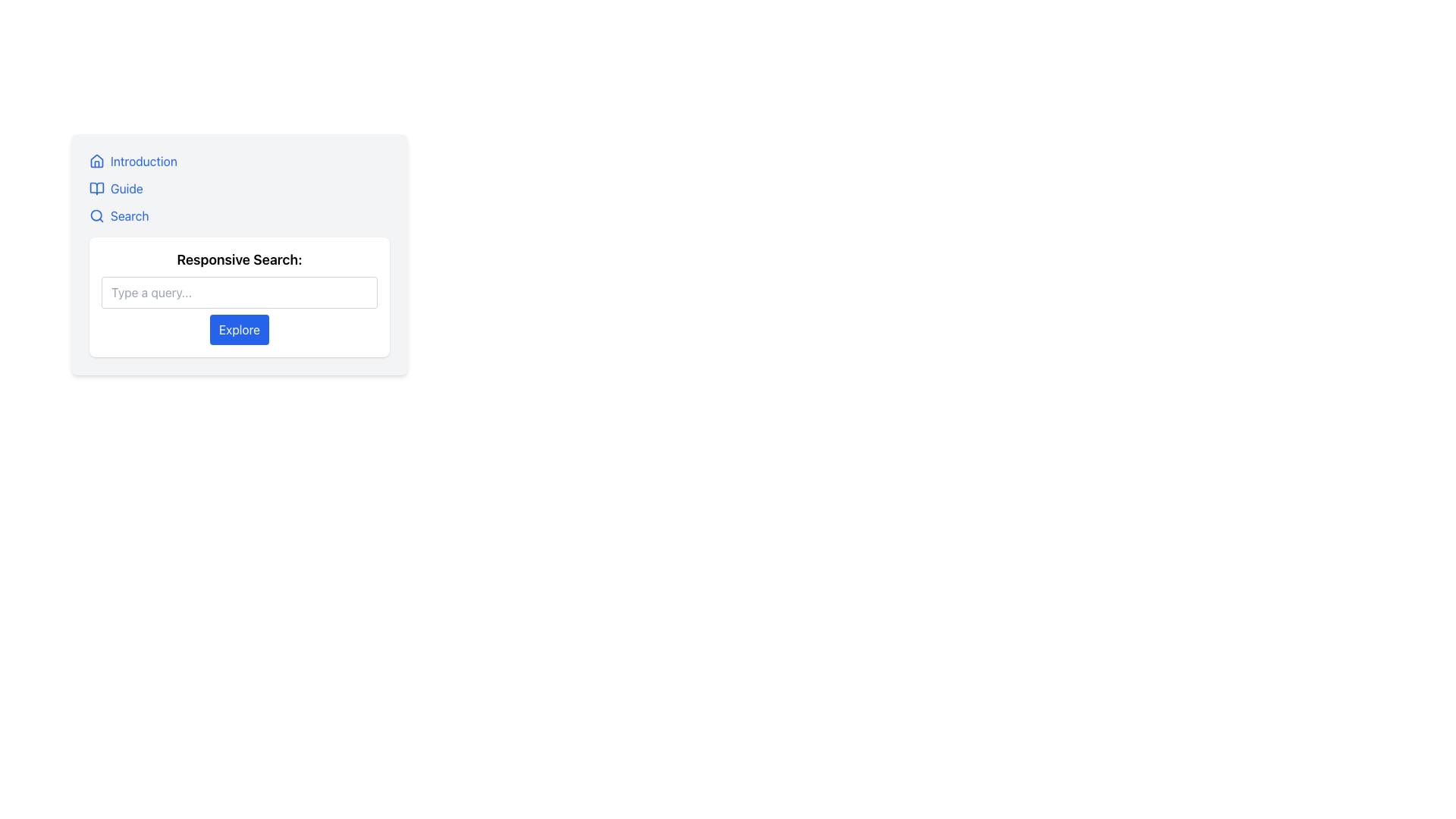  Describe the element at coordinates (96, 161) in the screenshot. I see `the home icon located on the left side above the navigation links labeled 'Introduction', 'Guide', and 'Search'` at that location.